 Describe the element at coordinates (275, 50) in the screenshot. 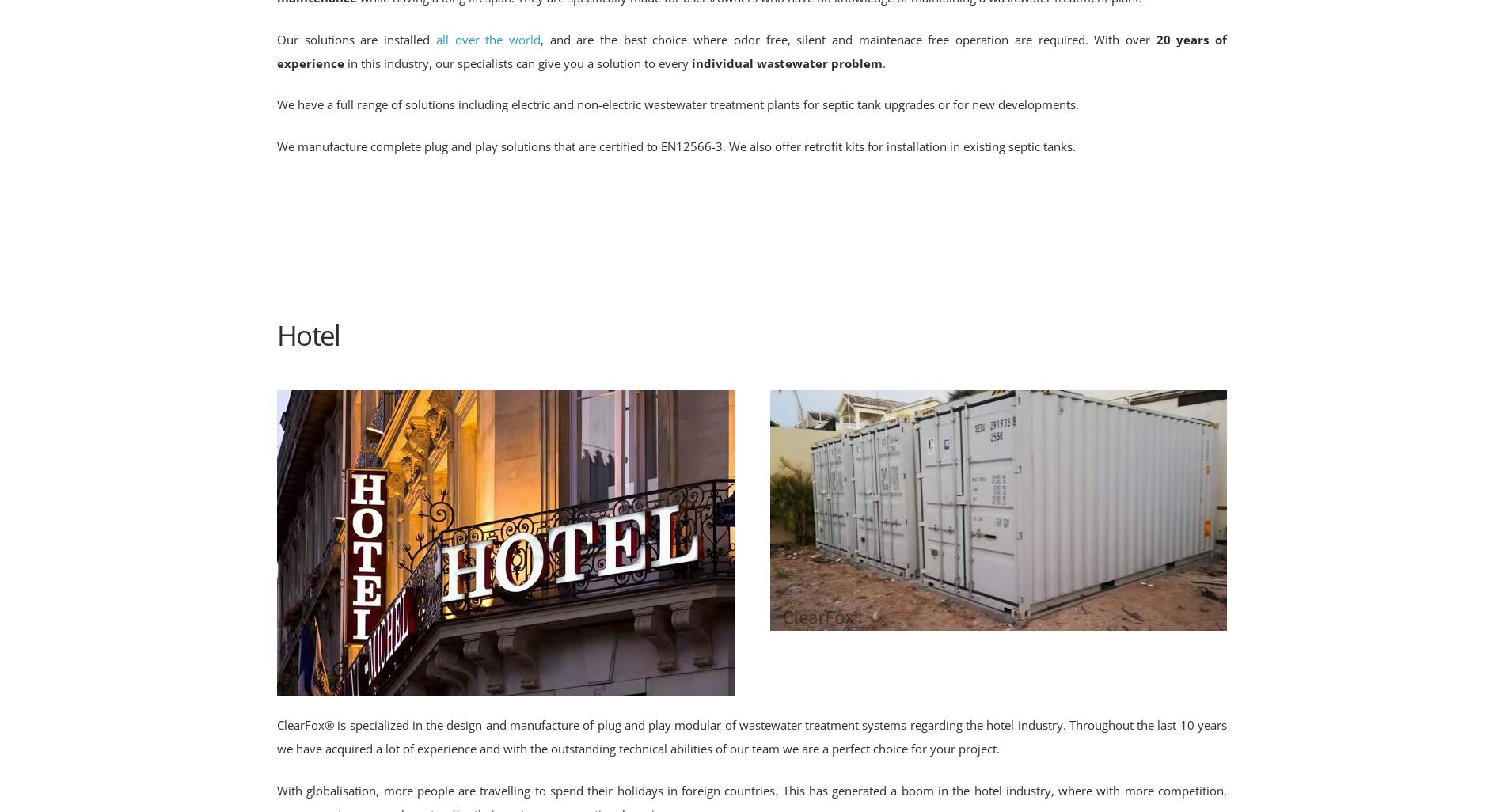

I see `'20 years of experience'` at that location.